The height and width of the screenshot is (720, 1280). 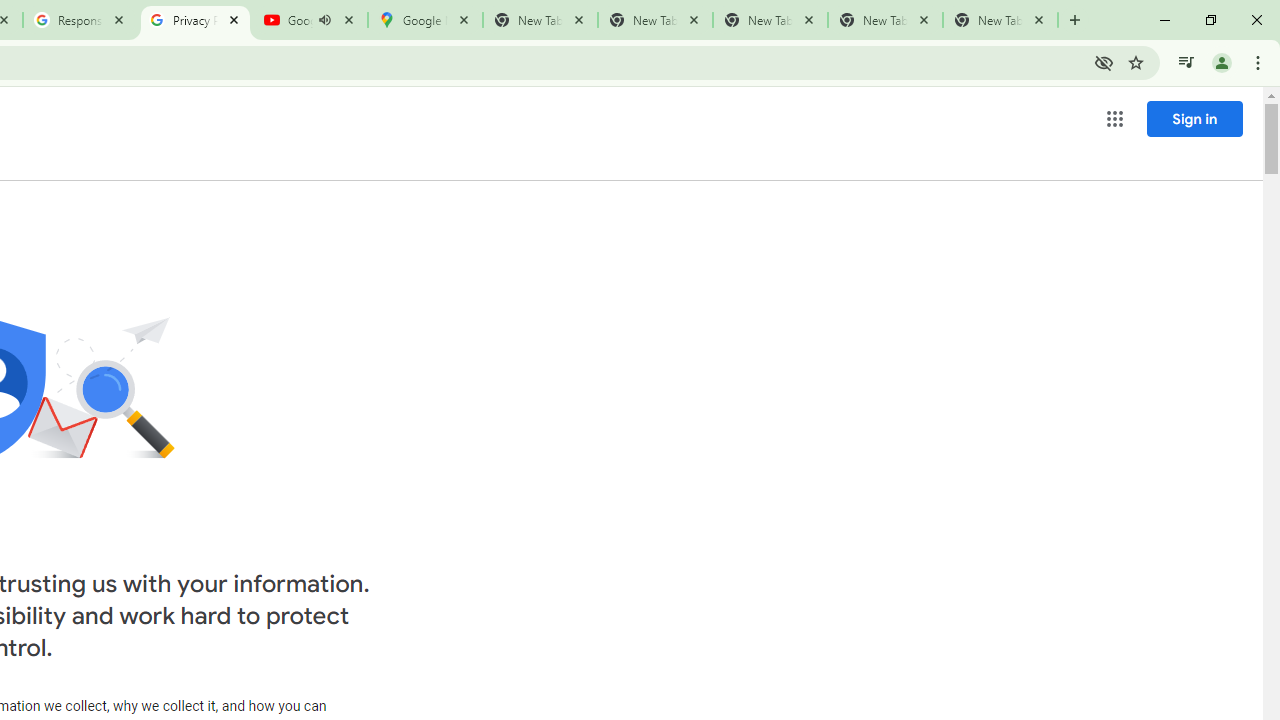 I want to click on 'Google Maps', so click(x=423, y=20).